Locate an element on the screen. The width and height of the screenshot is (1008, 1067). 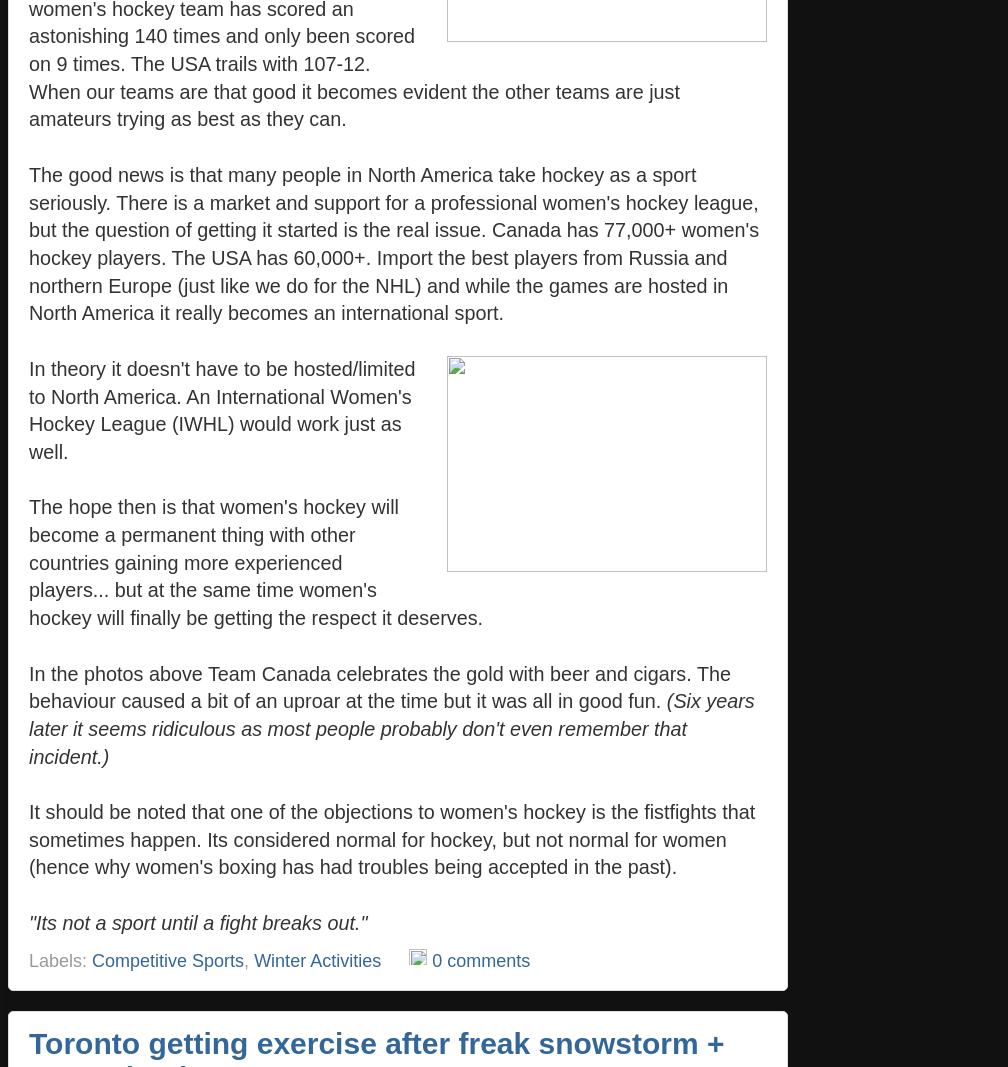
'(Six years later it seems ridiculous as most people probably don't even remember that incident.)' is located at coordinates (29, 727).